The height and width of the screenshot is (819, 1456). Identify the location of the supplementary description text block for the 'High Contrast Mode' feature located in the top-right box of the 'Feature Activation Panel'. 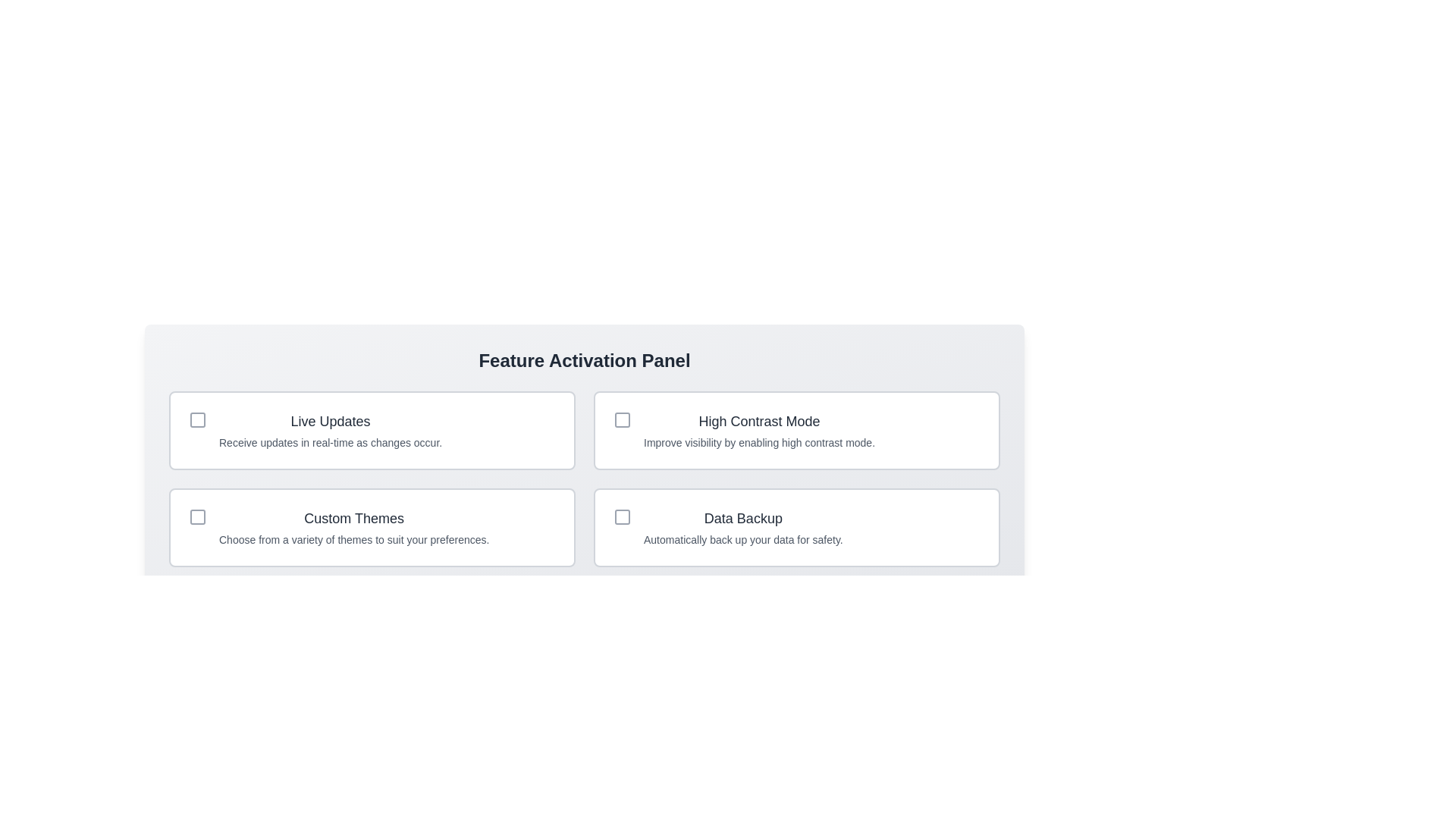
(759, 442).